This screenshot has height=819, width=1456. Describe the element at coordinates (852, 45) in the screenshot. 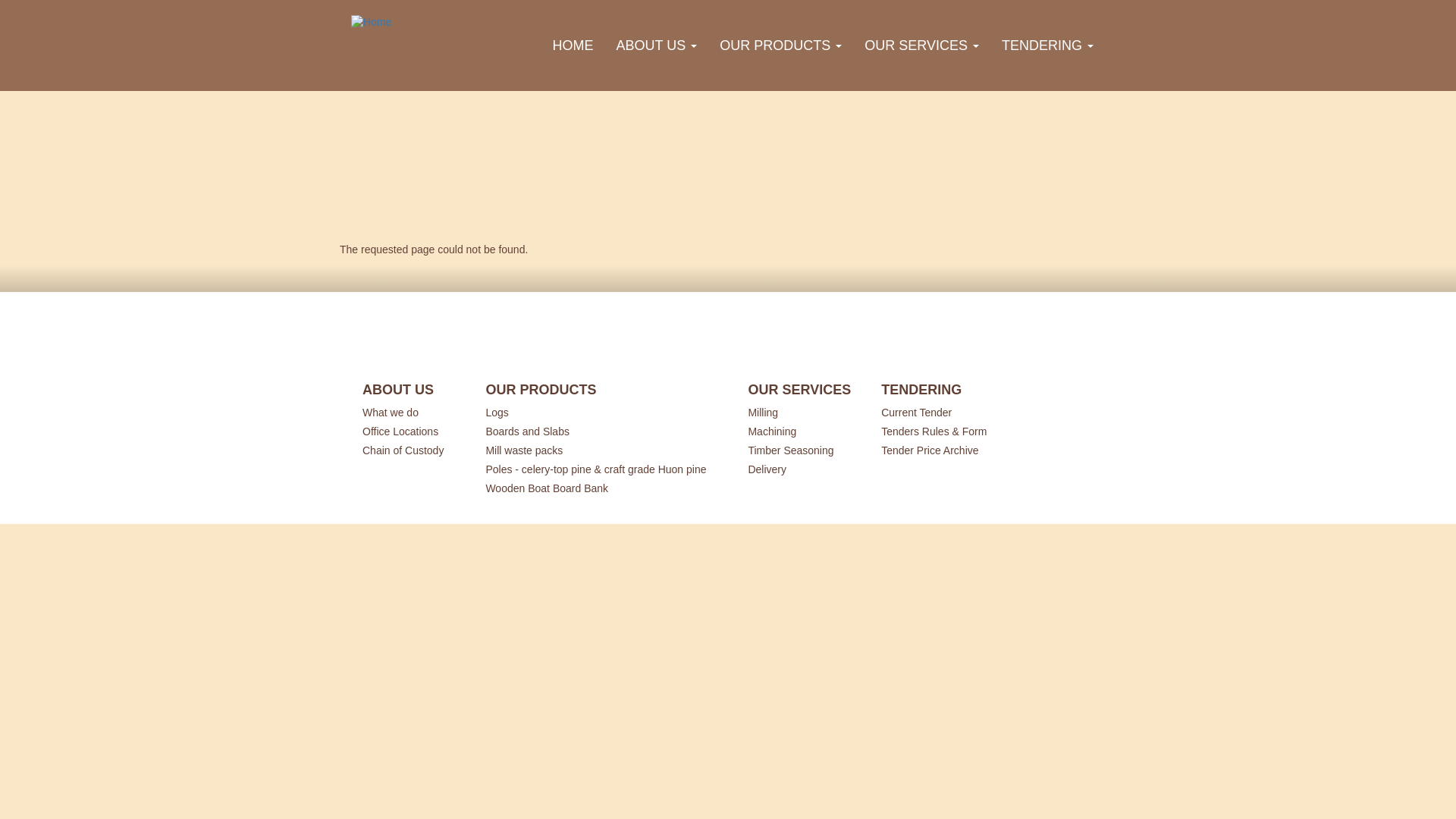

I see `'OUR SERVICES'` at that location.